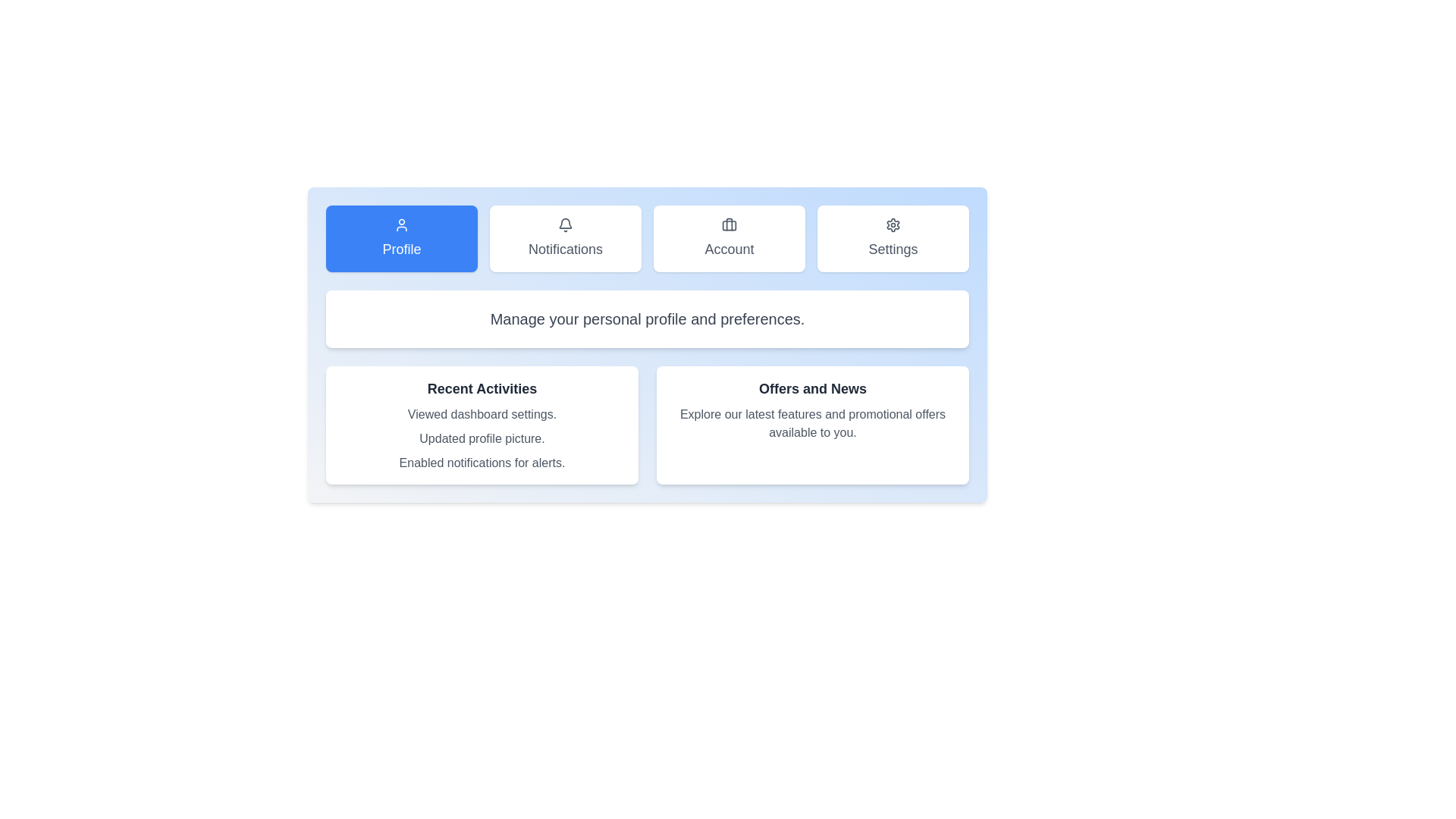  I want to click on the button labeled 'Account', which is styled with a white background and a briefcase icon, so click(729, 239).